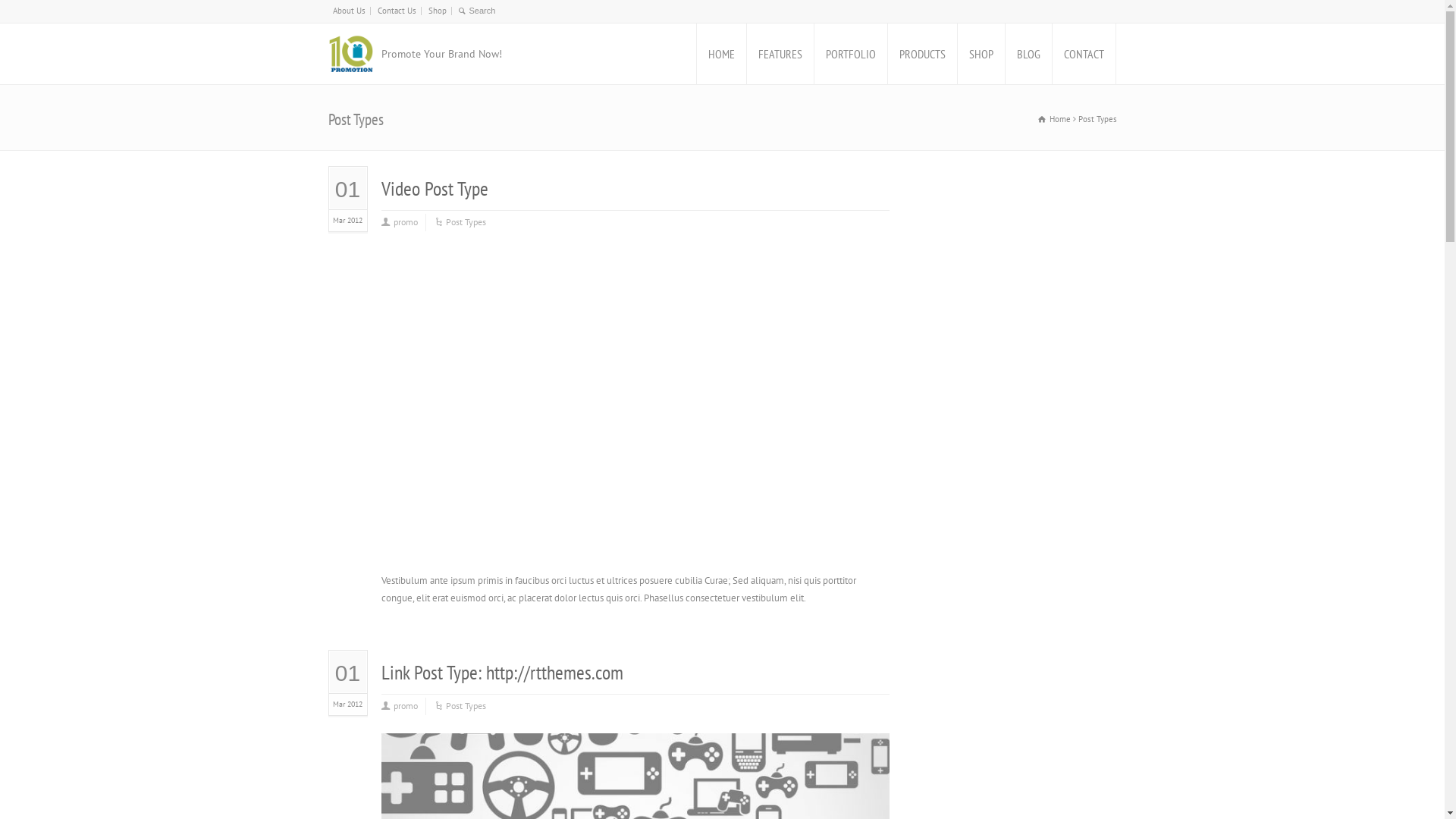 This screenshot has height=819, width=1456. What do you see at coordinates (328, 202) in the screenshot?
I see `'01` at bounding box center [328, 202].